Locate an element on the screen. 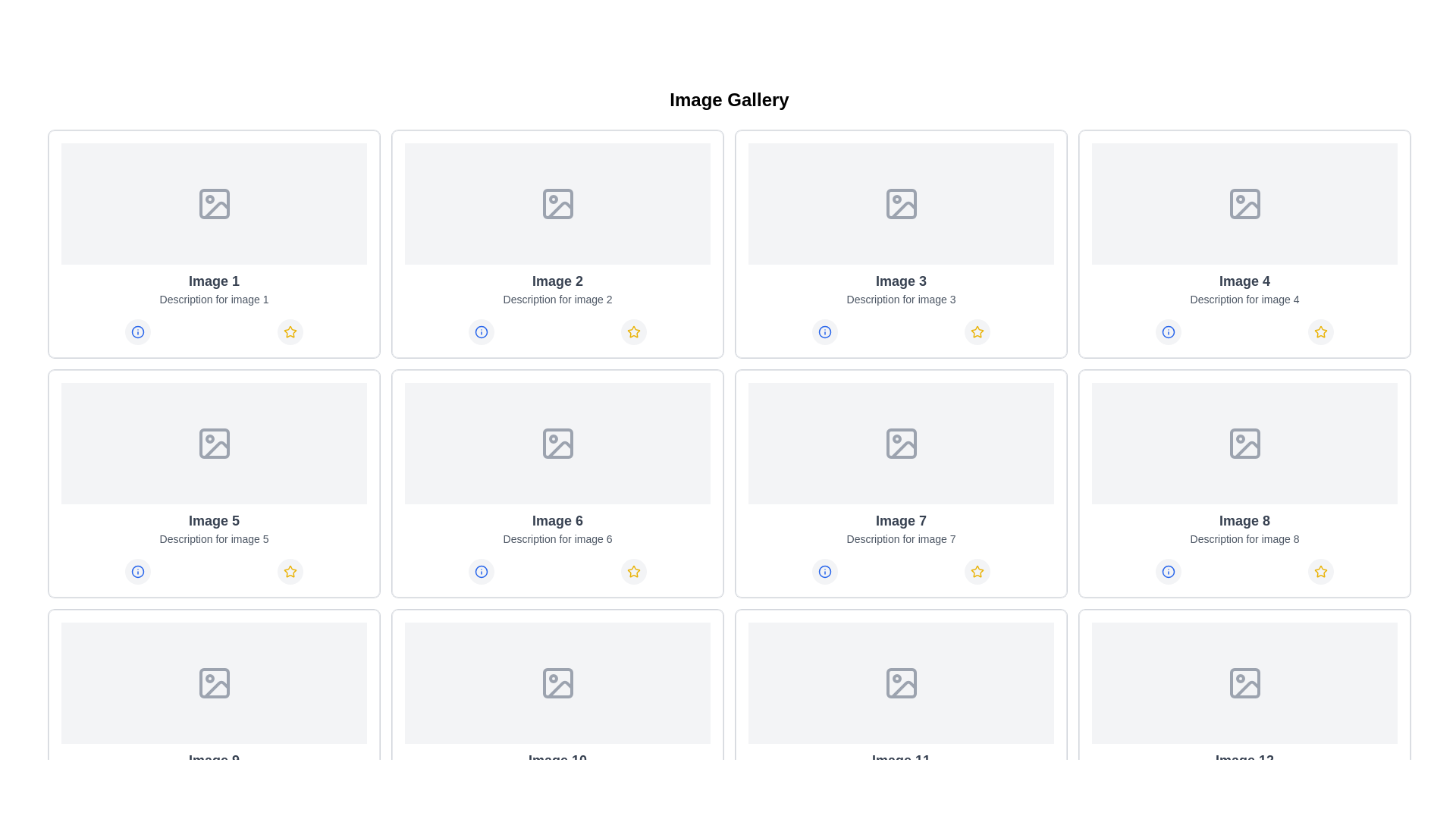 This screenshot has height=819, width=1456. the icon located in the center of the second tile in the top row of the image gallery grid, which serves as a visual placeholder or representation of an image is located at coordinates (557, 203).